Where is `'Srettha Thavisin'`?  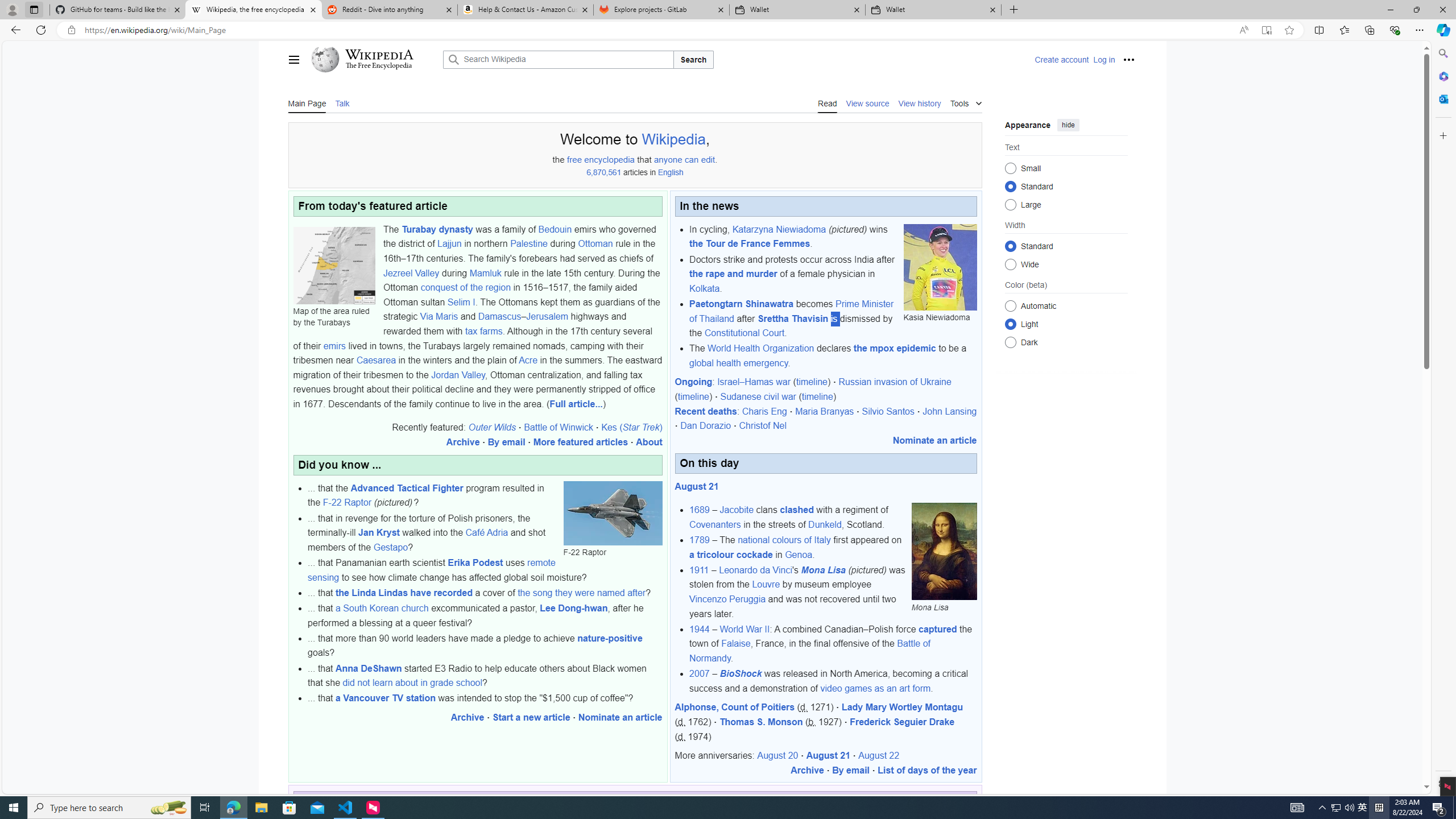 'Srettha Thavisin' is located at coordinates (792, 318).